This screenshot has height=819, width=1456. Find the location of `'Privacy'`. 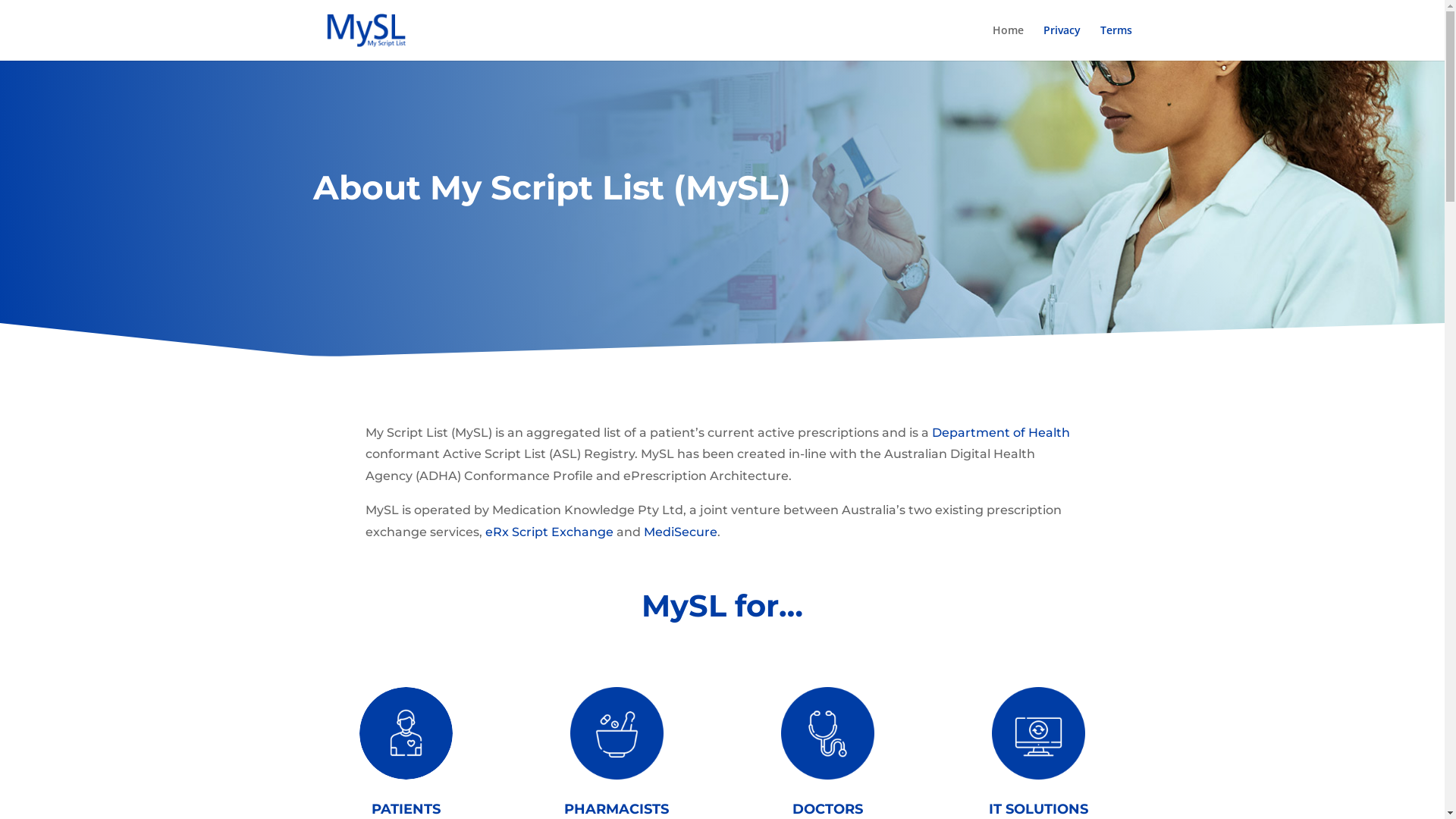

'Privacy' is located at coordinates (1061, 42).